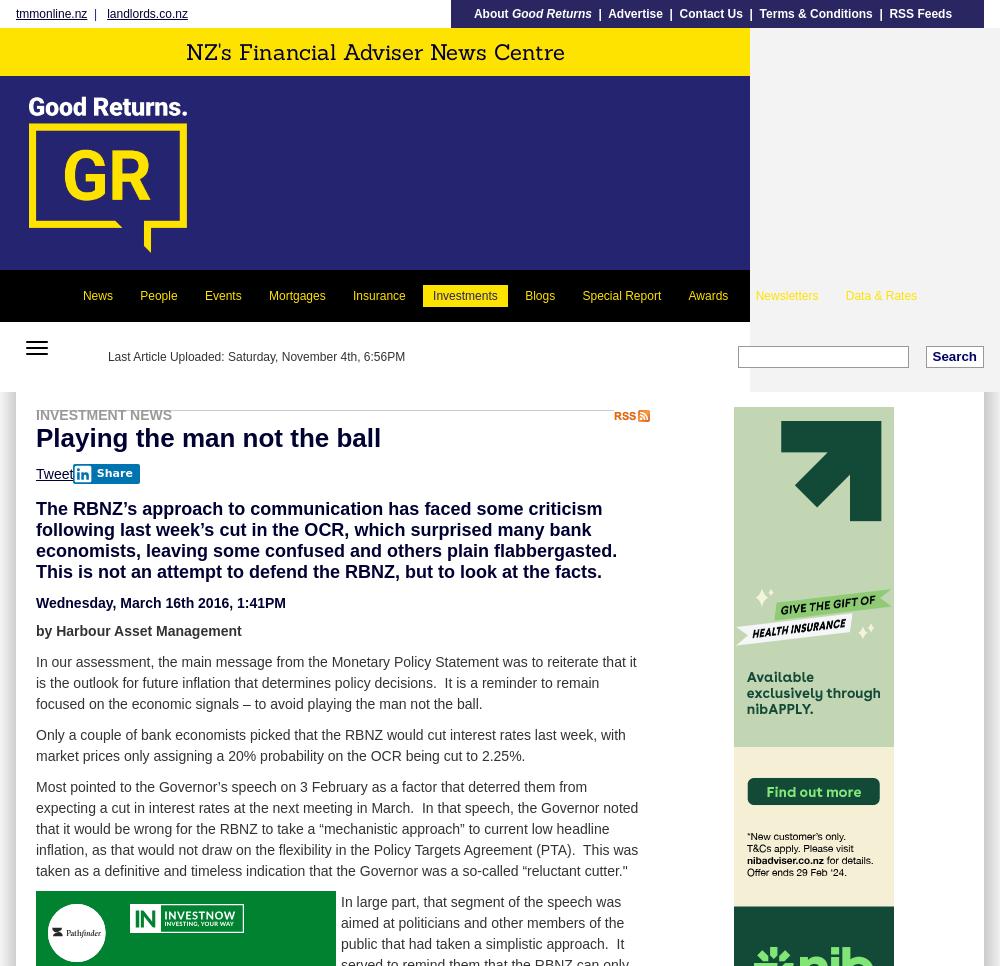 The image size is (1000, 966). What do you see at coordinates (920, 13) in the screenshot?
I see `'RSS Feeds'` at bounding box center [920, 13].